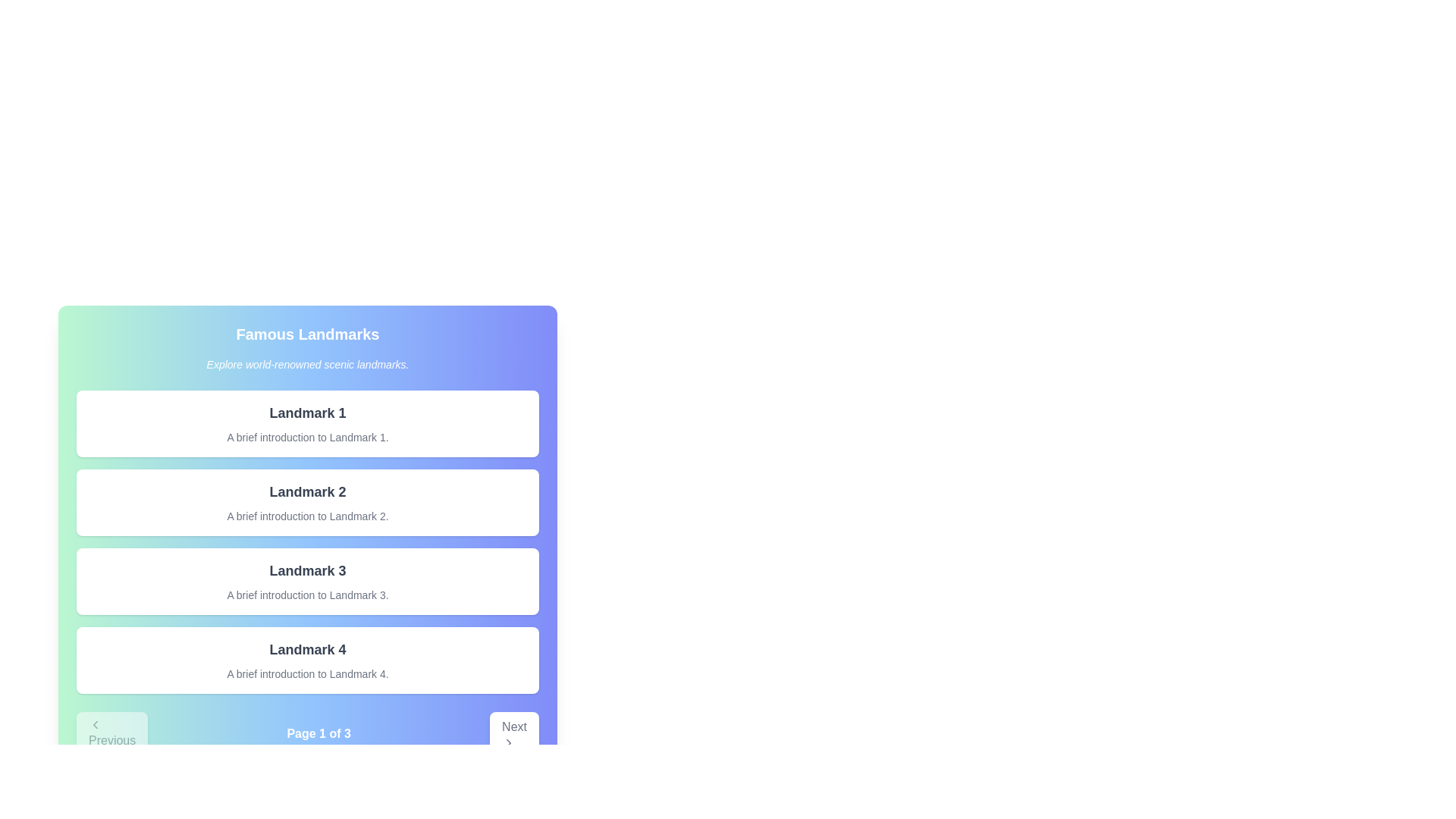  Describe the element at coordinates (307, 595) in the screenshot. I see `the text label that reads 'A brief introduction to Landmark 3.' which is styled in light gray and positioned near the bottom of the white card for Landmark 3` at that location.